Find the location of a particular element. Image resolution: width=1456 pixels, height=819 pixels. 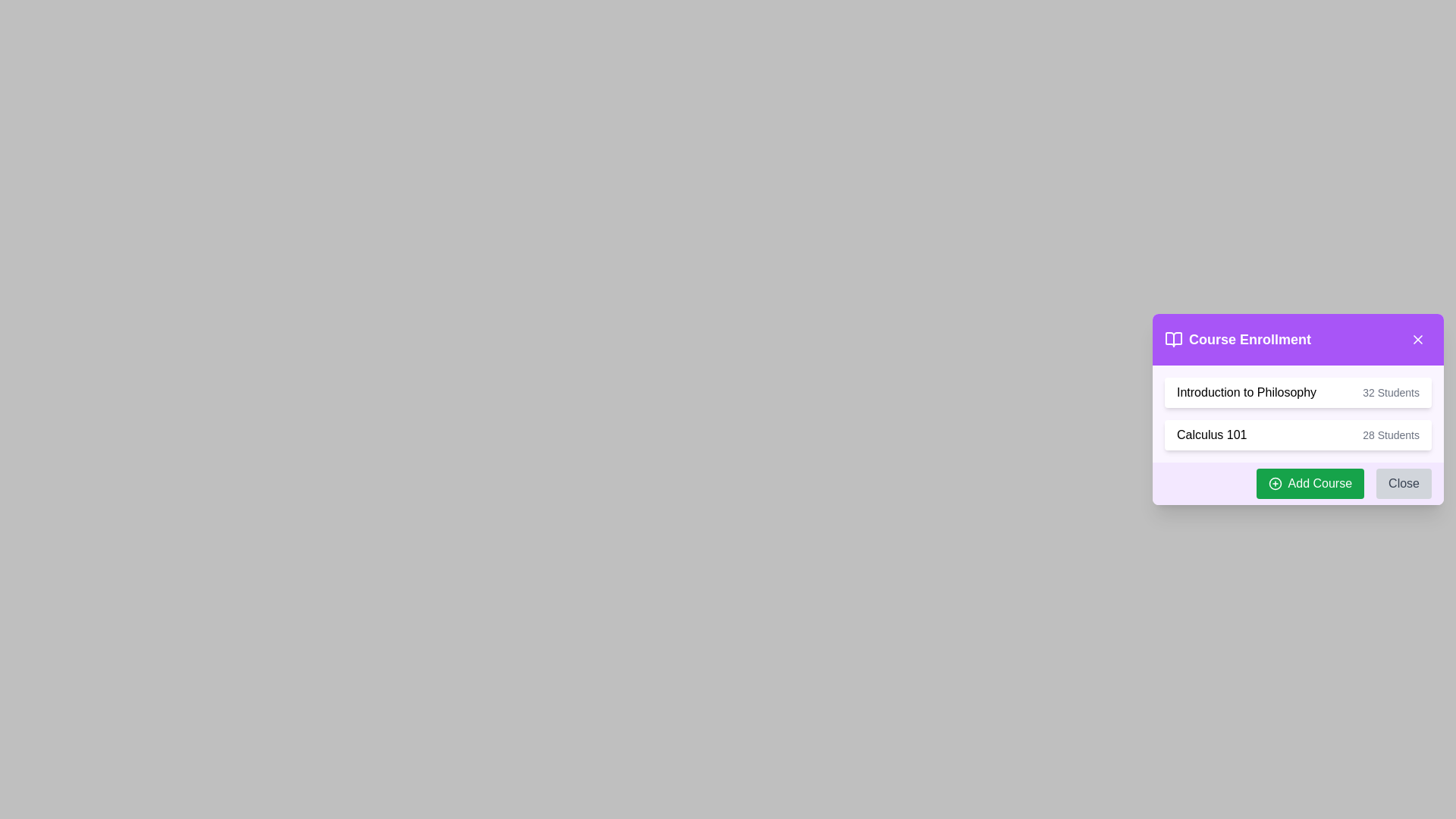

the close button located in the top-right corner of the 'Course Enrollment' dialog box is located at coordinates (1417, 338).